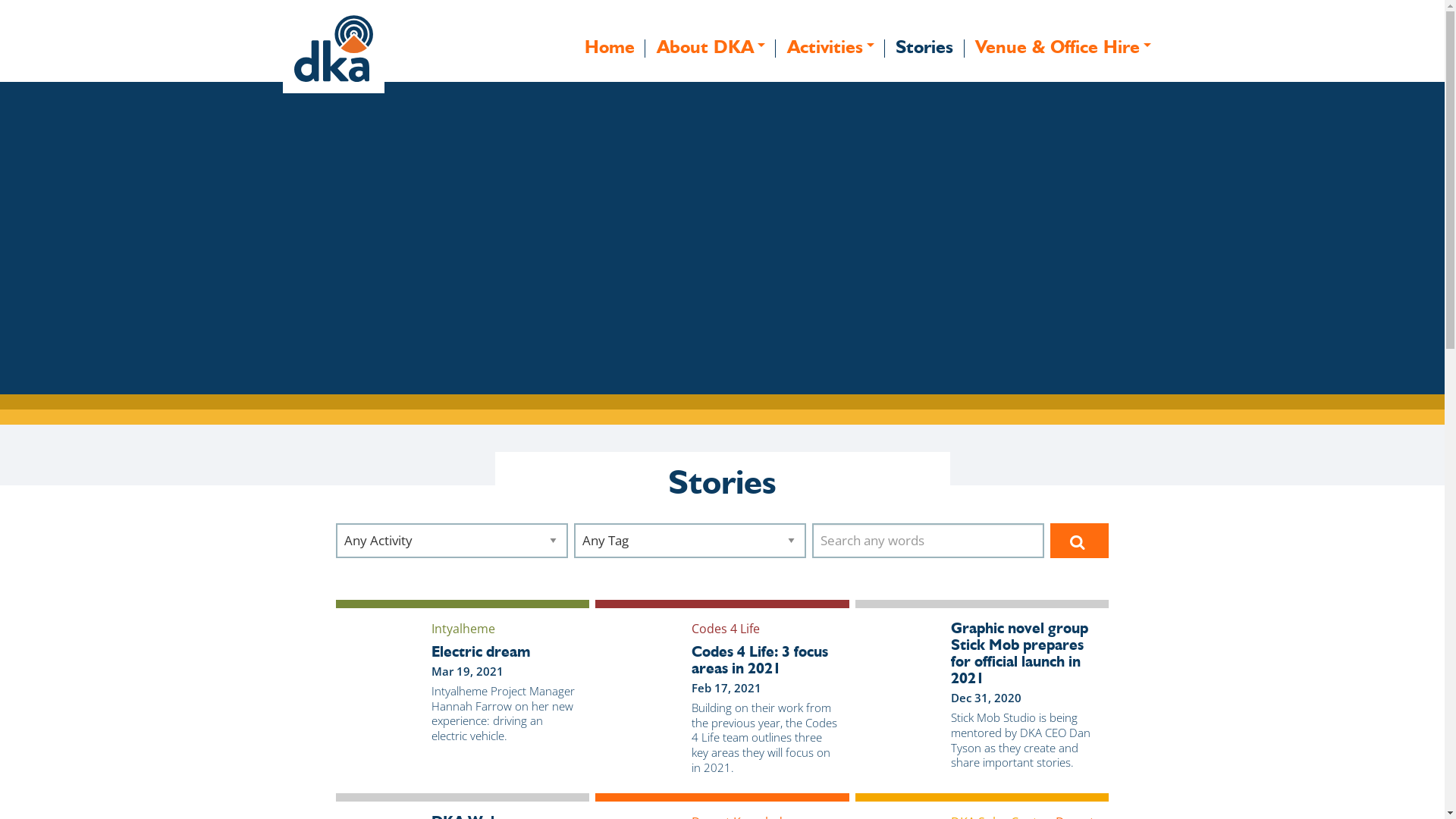 The width and height of the screenshot is (1456, 819). I want to click on 'Activities', so click(775, 46).